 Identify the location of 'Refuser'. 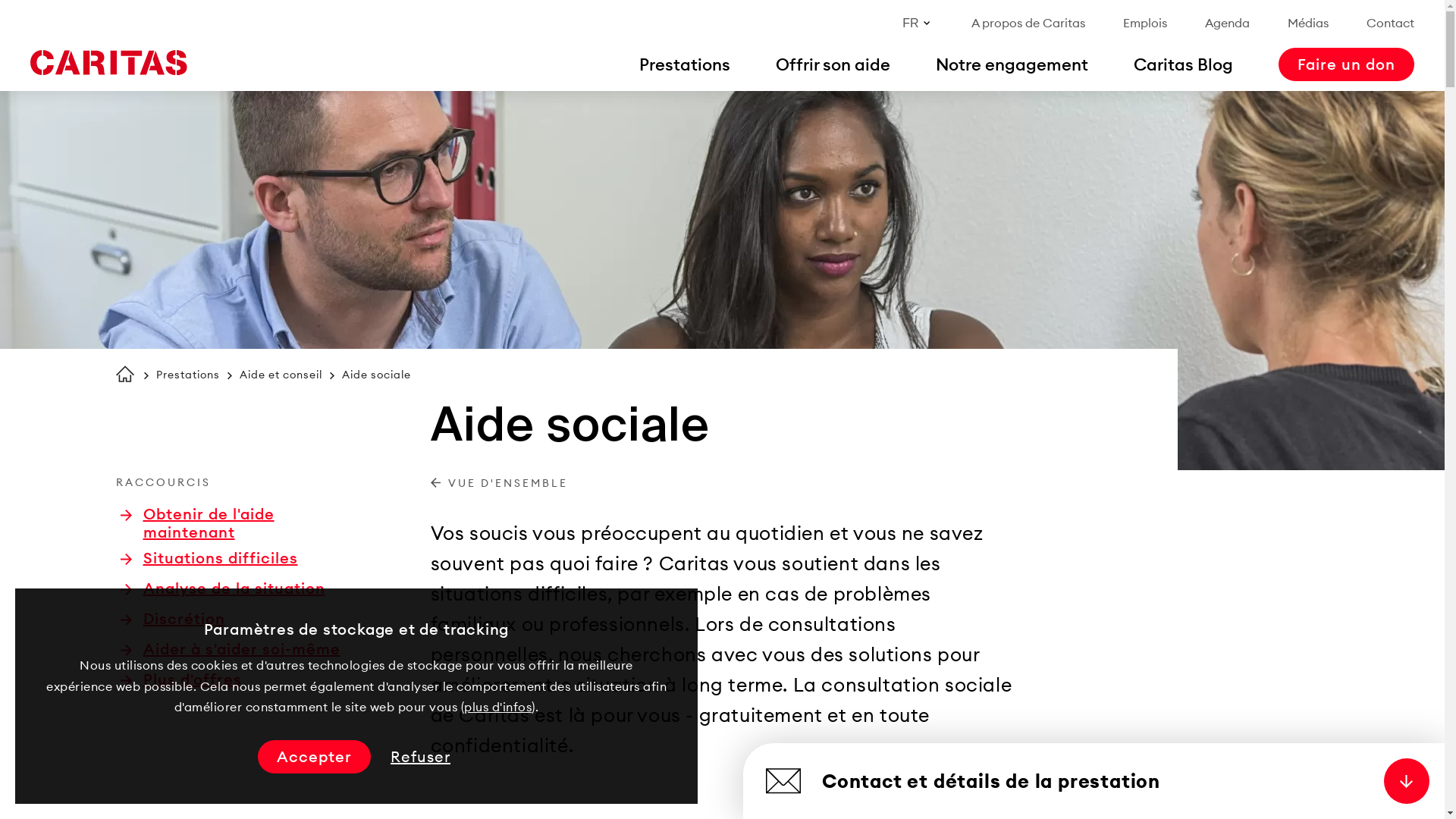
(420, 757).